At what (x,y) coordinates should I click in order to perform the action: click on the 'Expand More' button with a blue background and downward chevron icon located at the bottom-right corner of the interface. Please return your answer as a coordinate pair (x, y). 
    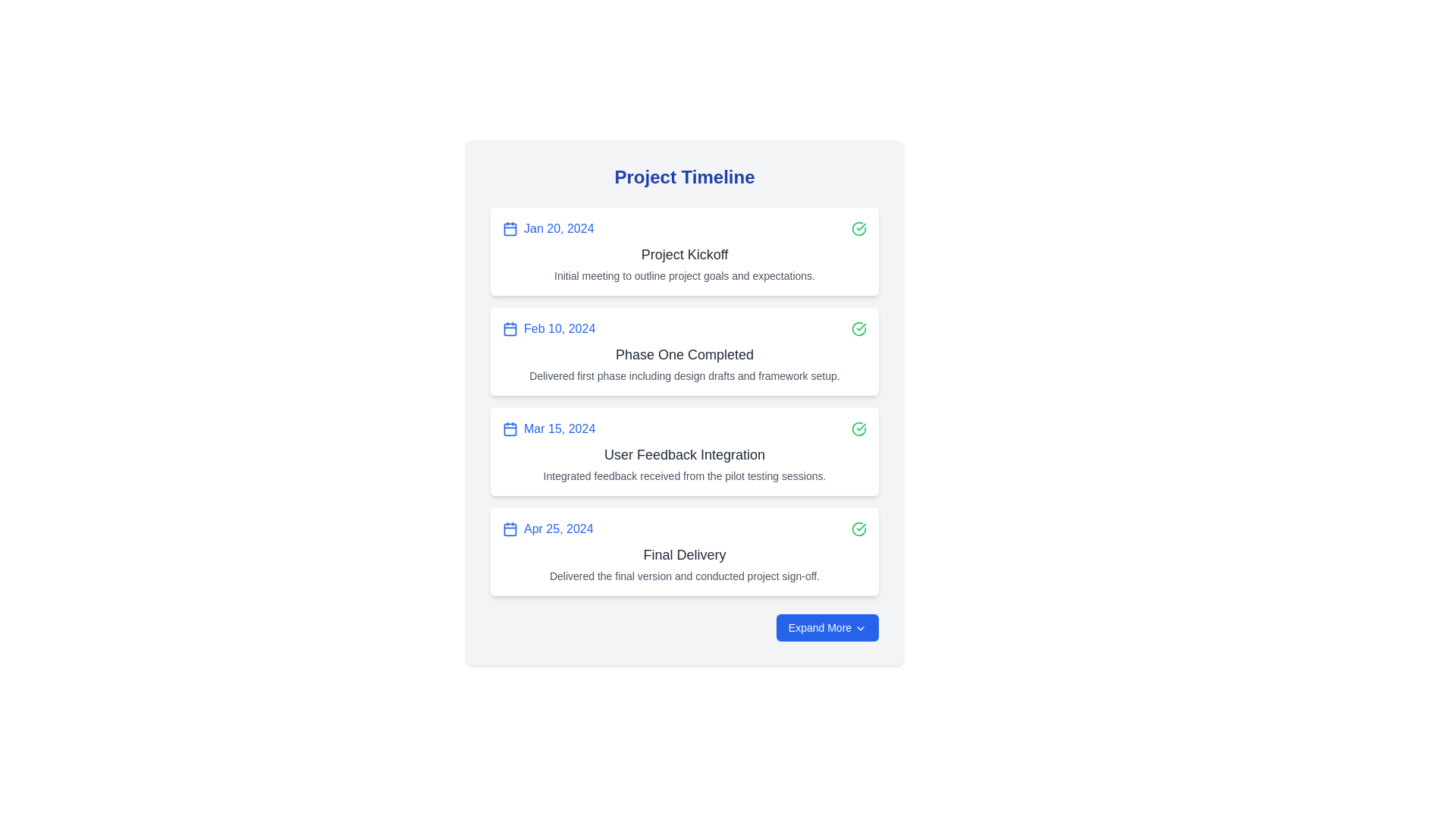
    Looking at the image, I should click on (827, 628).